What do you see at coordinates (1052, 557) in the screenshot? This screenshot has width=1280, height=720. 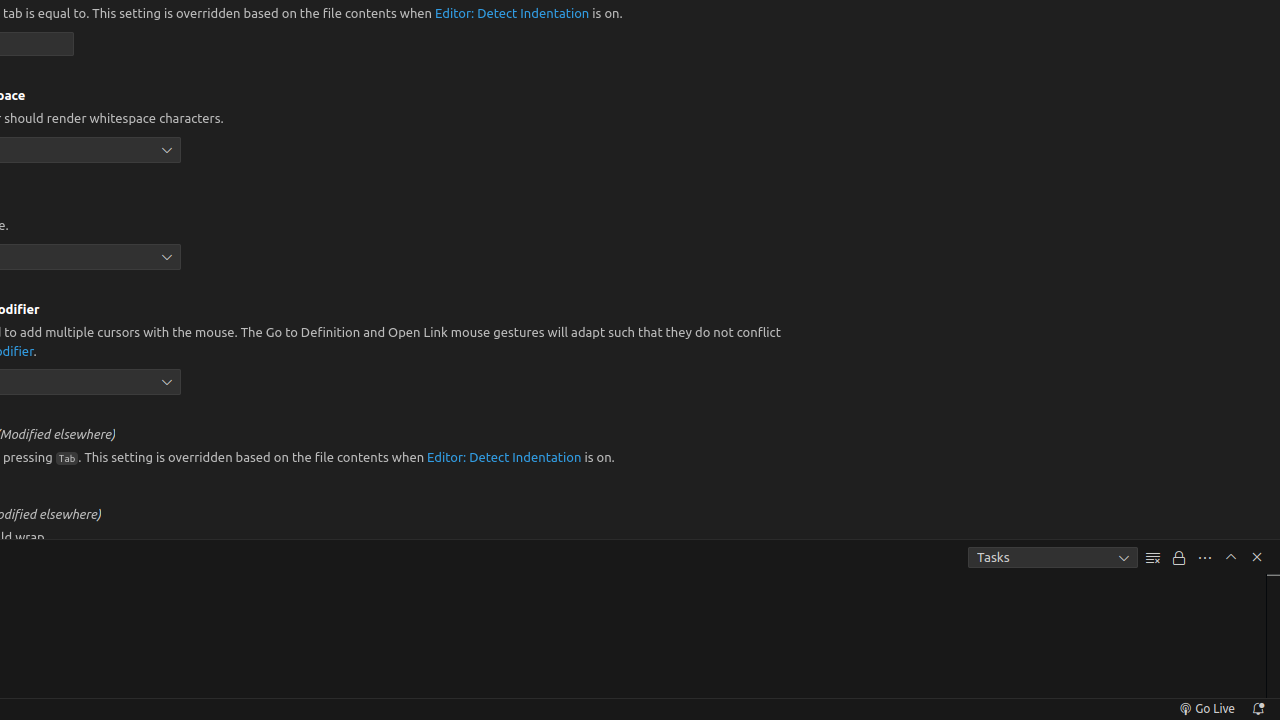 I see `'Tasks'` at bounding box center [1052, 557].